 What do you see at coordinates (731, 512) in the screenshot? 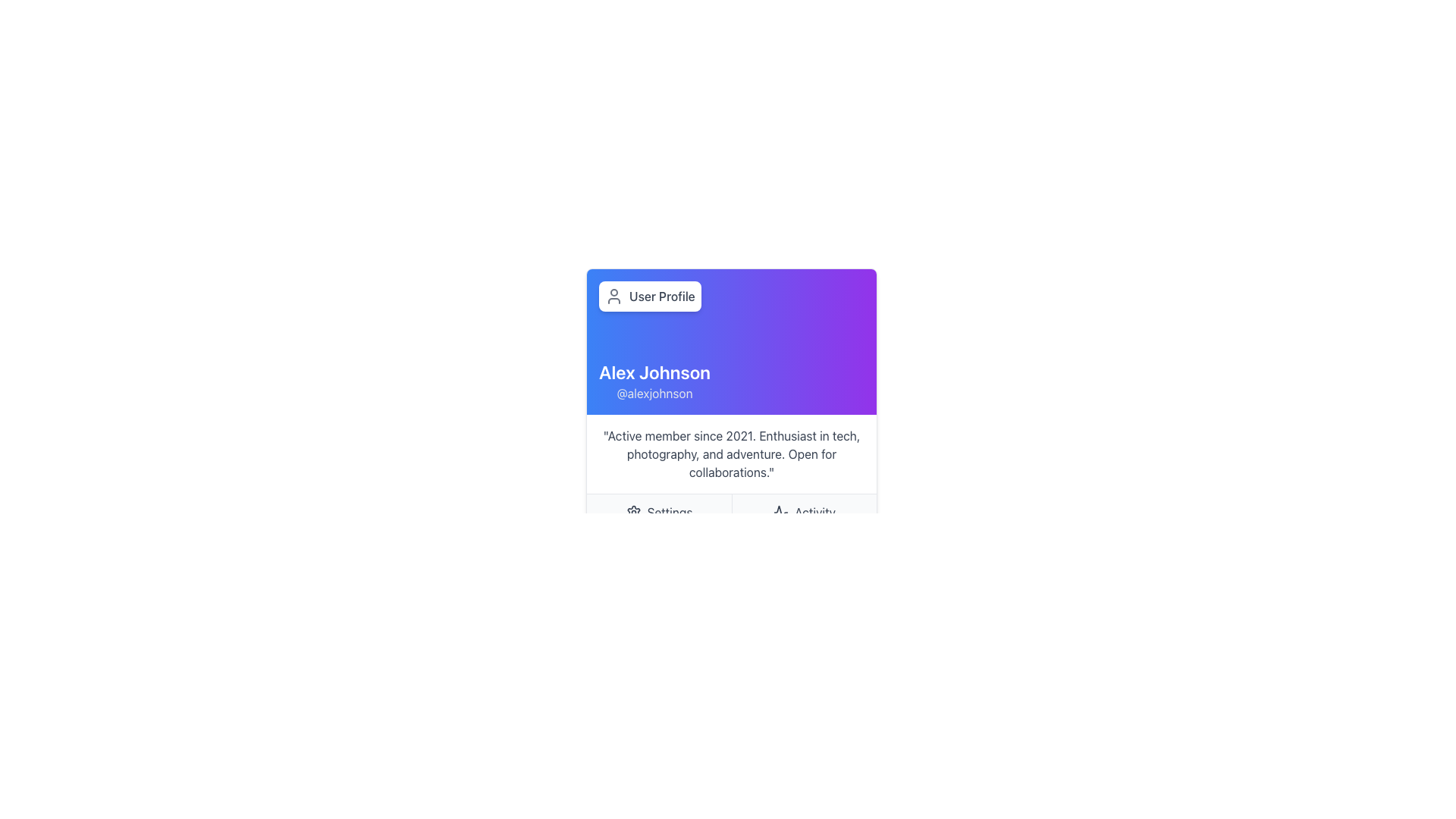
I see `the Divider element located at the bottom of the user profile card, which separates the 'About' section from the 'Settings/Activity' area` at bounding box center [731, 512].